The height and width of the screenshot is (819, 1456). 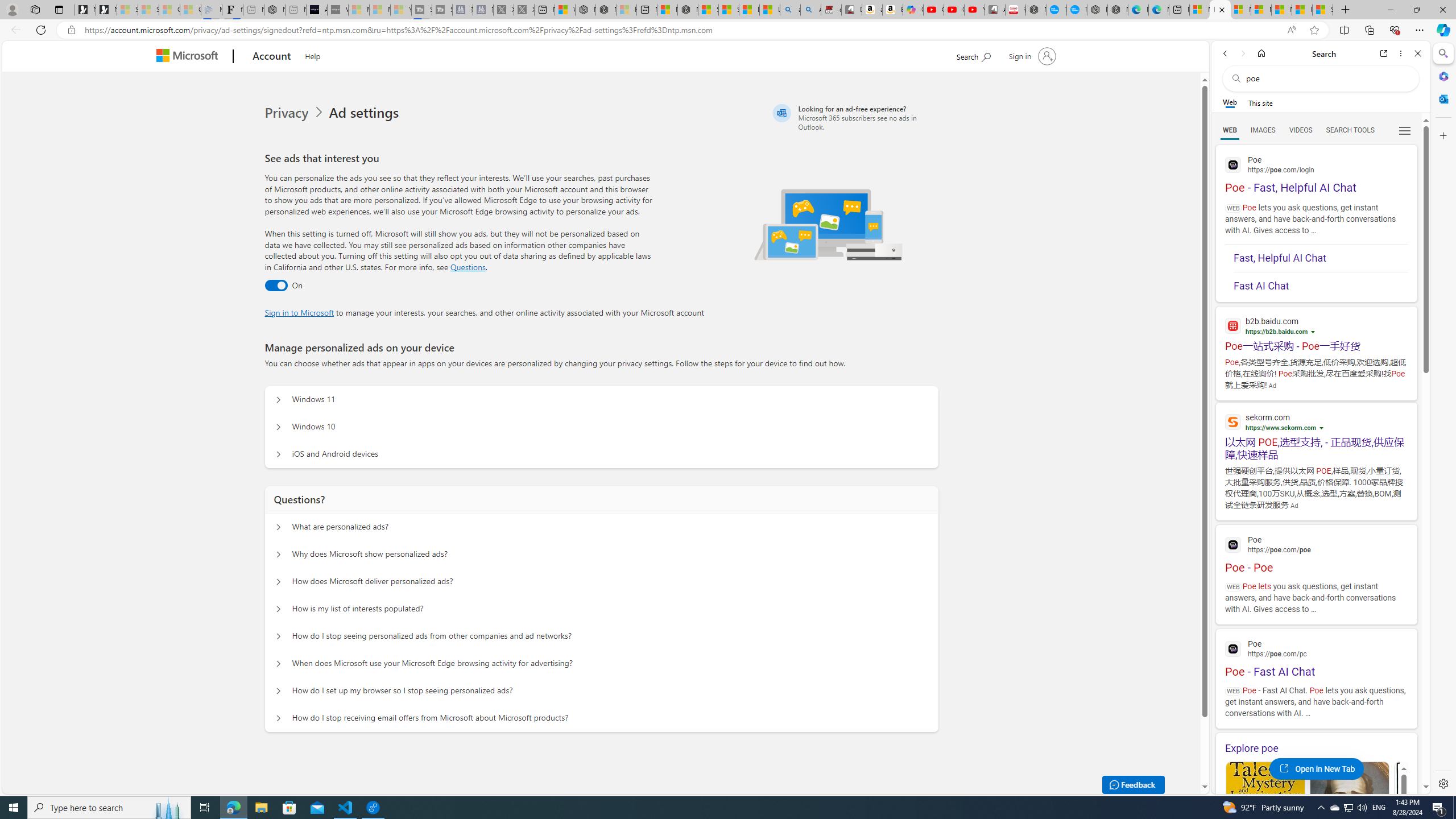 I want to click on 'This site scope', so click(x=1259, y=102).